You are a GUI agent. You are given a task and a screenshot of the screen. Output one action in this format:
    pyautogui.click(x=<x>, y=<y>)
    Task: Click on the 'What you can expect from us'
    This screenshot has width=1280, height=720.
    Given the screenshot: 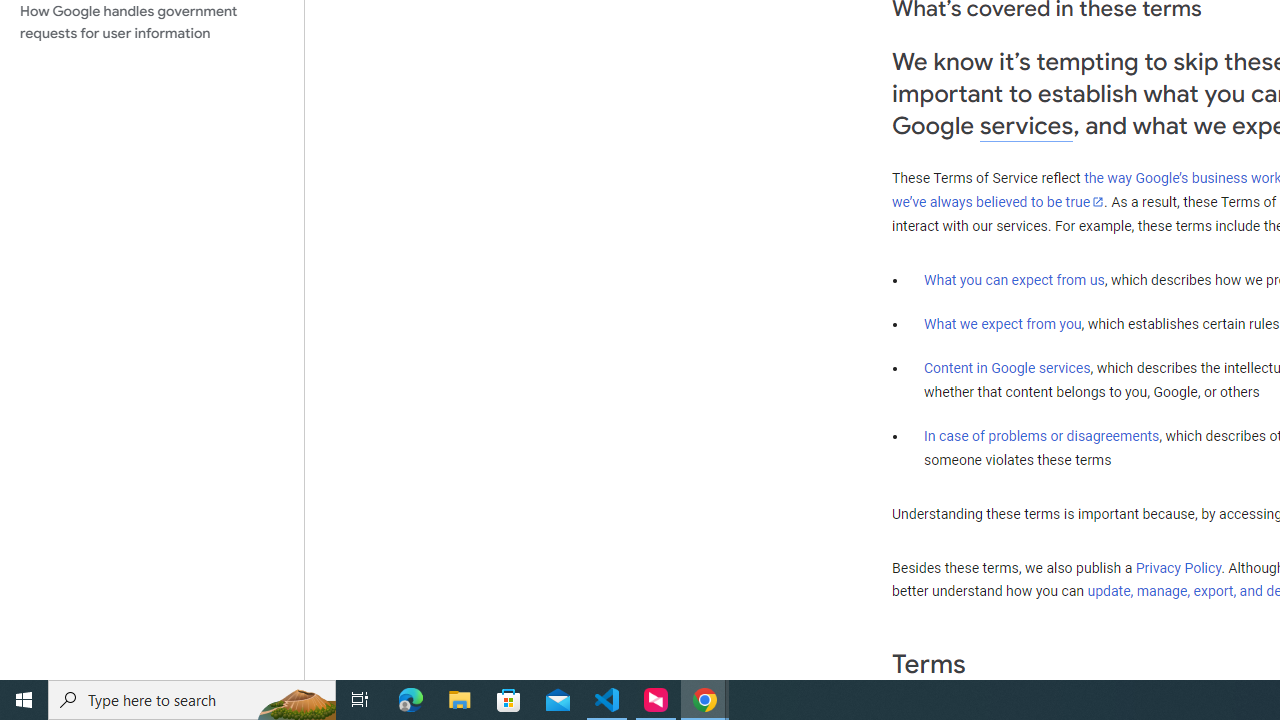 What is the action you would take?
    pyautogui.click(x=1014, y=279)
    